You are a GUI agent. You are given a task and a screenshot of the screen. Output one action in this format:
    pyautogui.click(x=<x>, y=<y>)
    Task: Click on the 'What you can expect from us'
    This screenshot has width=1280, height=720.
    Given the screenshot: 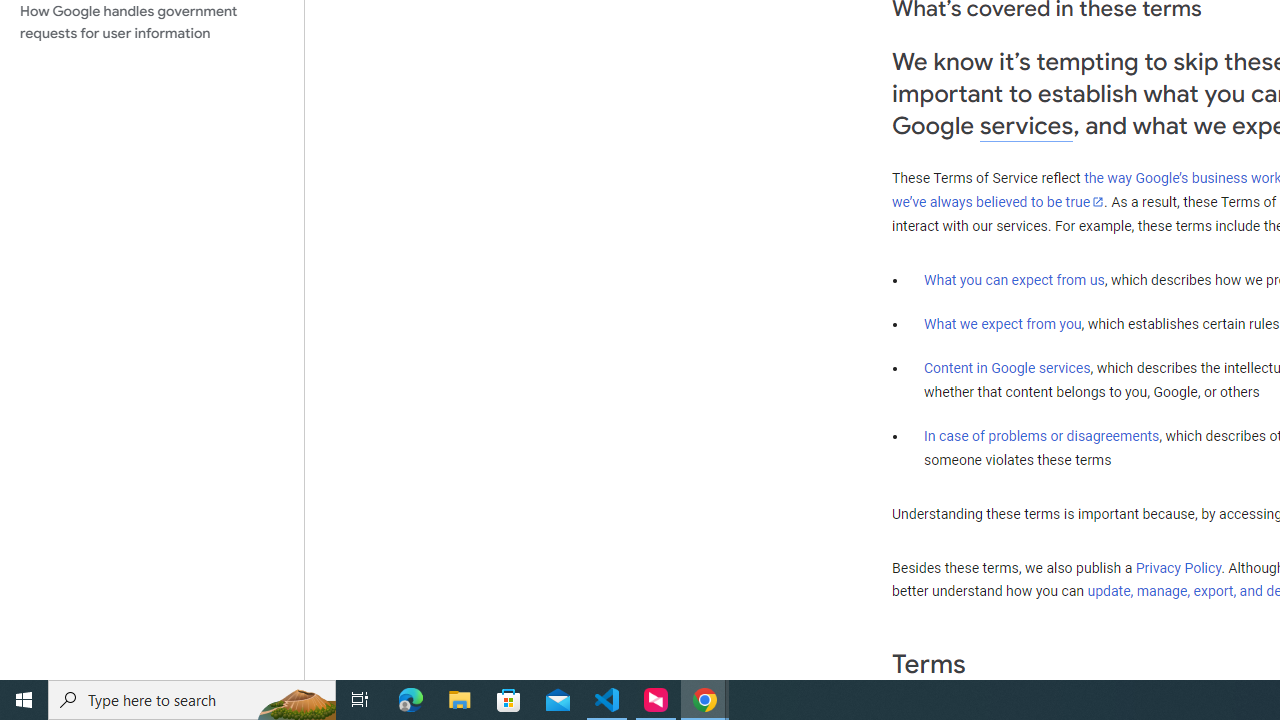 What is the action you would take?
    pyautogui.click(x=1014, y=279)
    